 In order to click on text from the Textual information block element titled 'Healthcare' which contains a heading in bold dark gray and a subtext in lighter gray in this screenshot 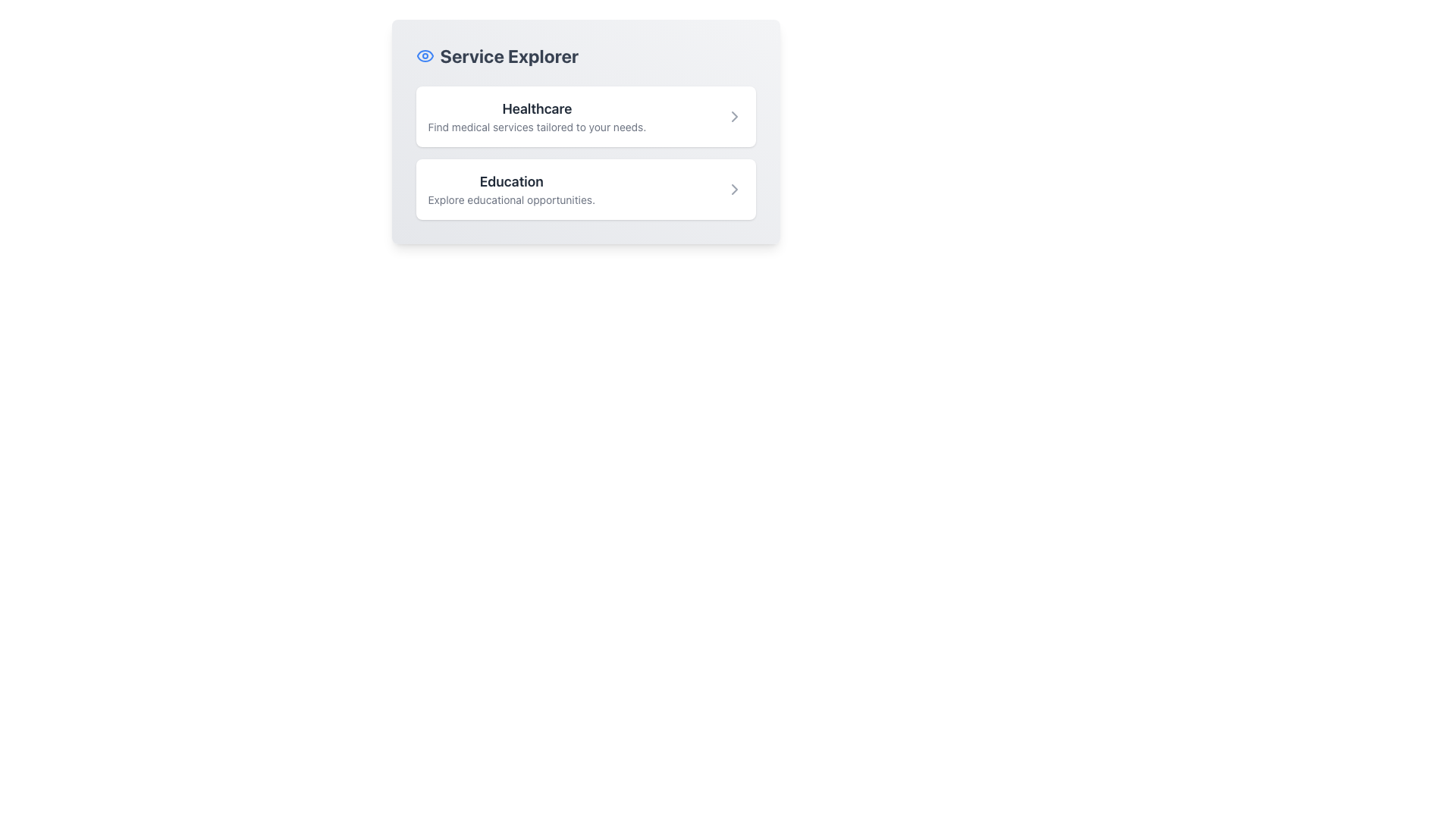, I will do `click(537, 116)`.